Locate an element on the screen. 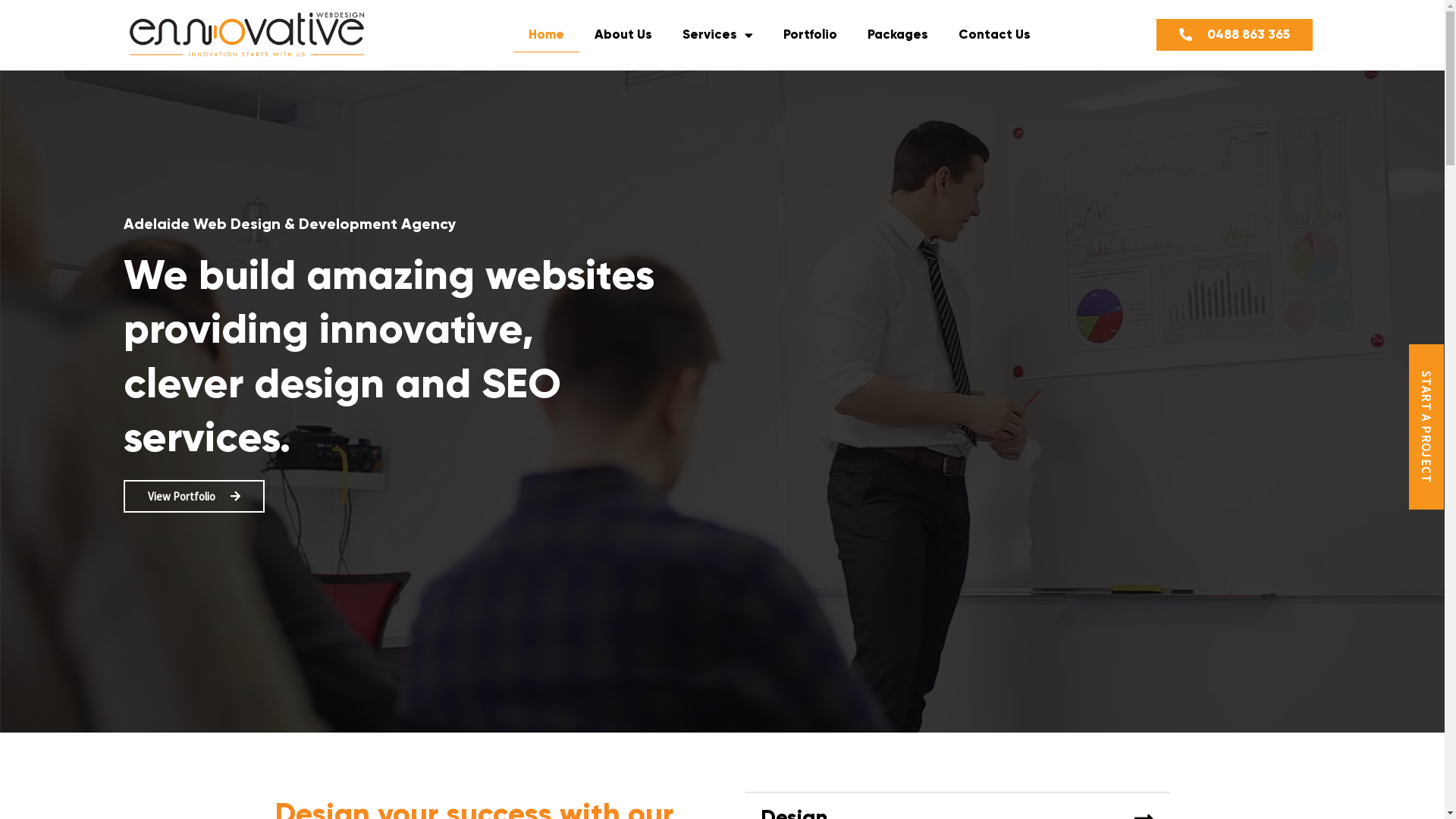 The width and height of the screenshot is (1456, 819). '0488 863 365' is located at coordinates (1234, 34).